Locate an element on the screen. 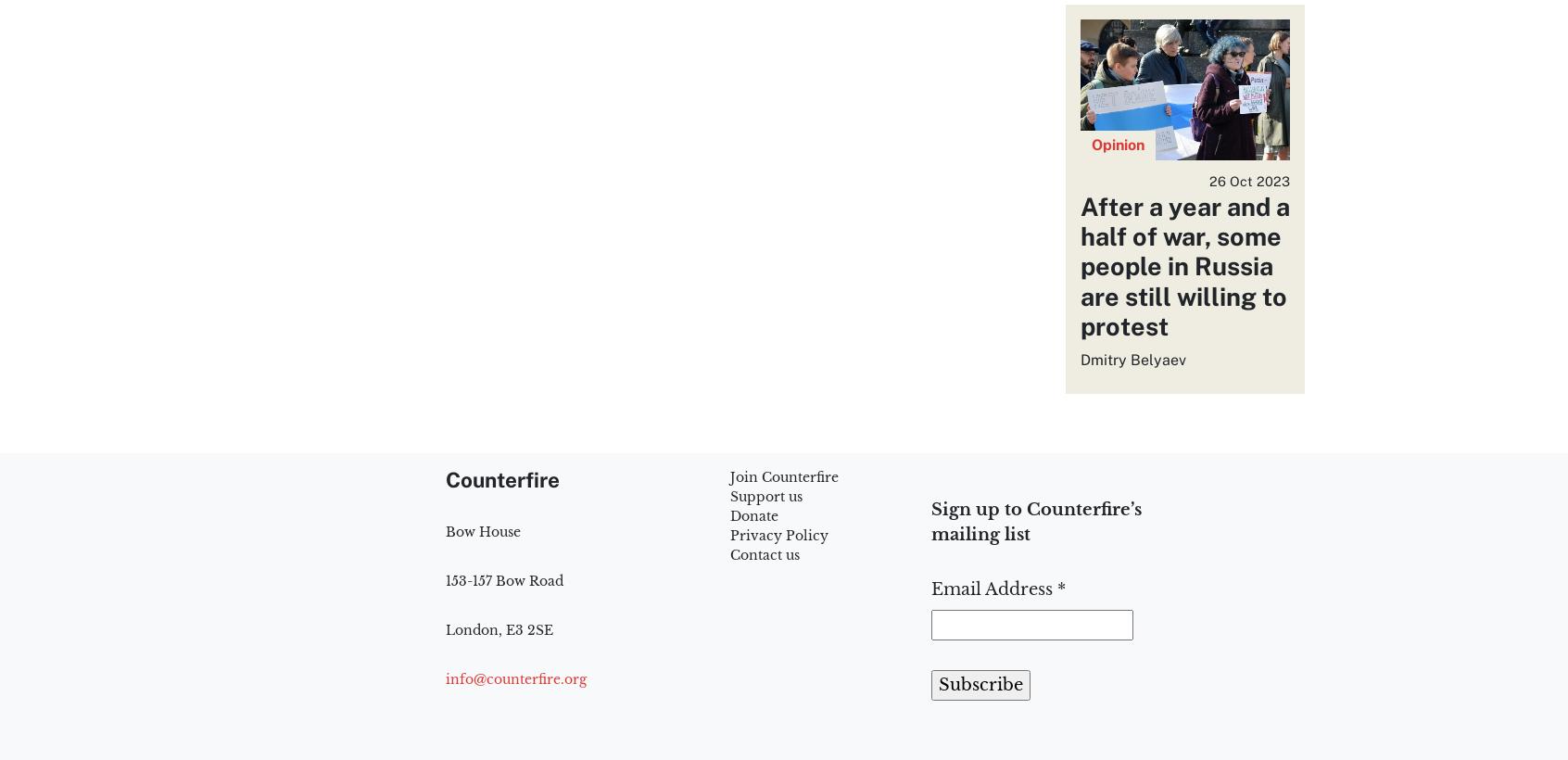 The height and width of the screenshot is (760, 1568). 'Sign up to Counterfire’s mailing list' is located at coordinates (1036, 520).